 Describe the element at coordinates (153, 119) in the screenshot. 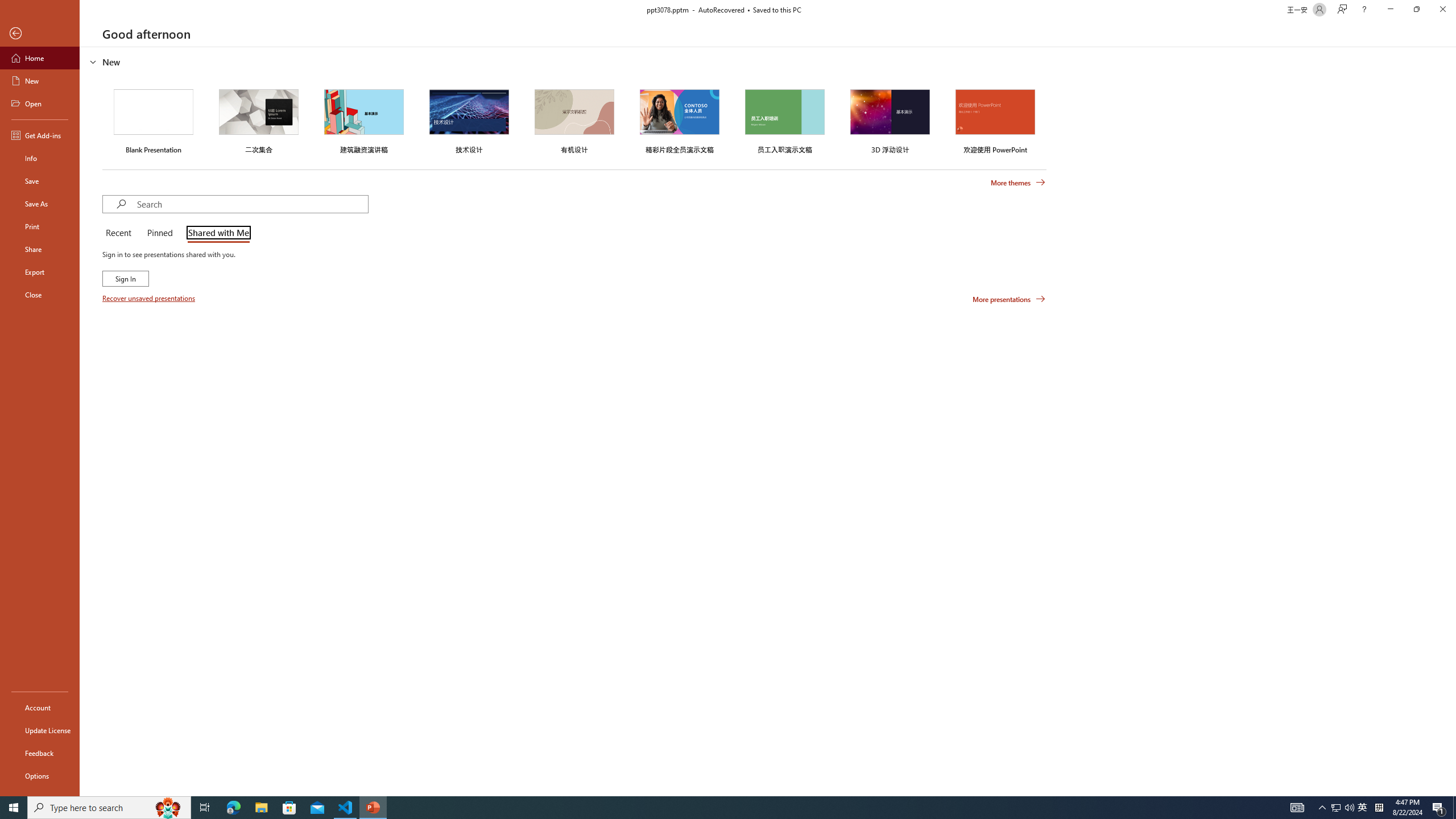

I see `'Blank Presentation'` at that location.